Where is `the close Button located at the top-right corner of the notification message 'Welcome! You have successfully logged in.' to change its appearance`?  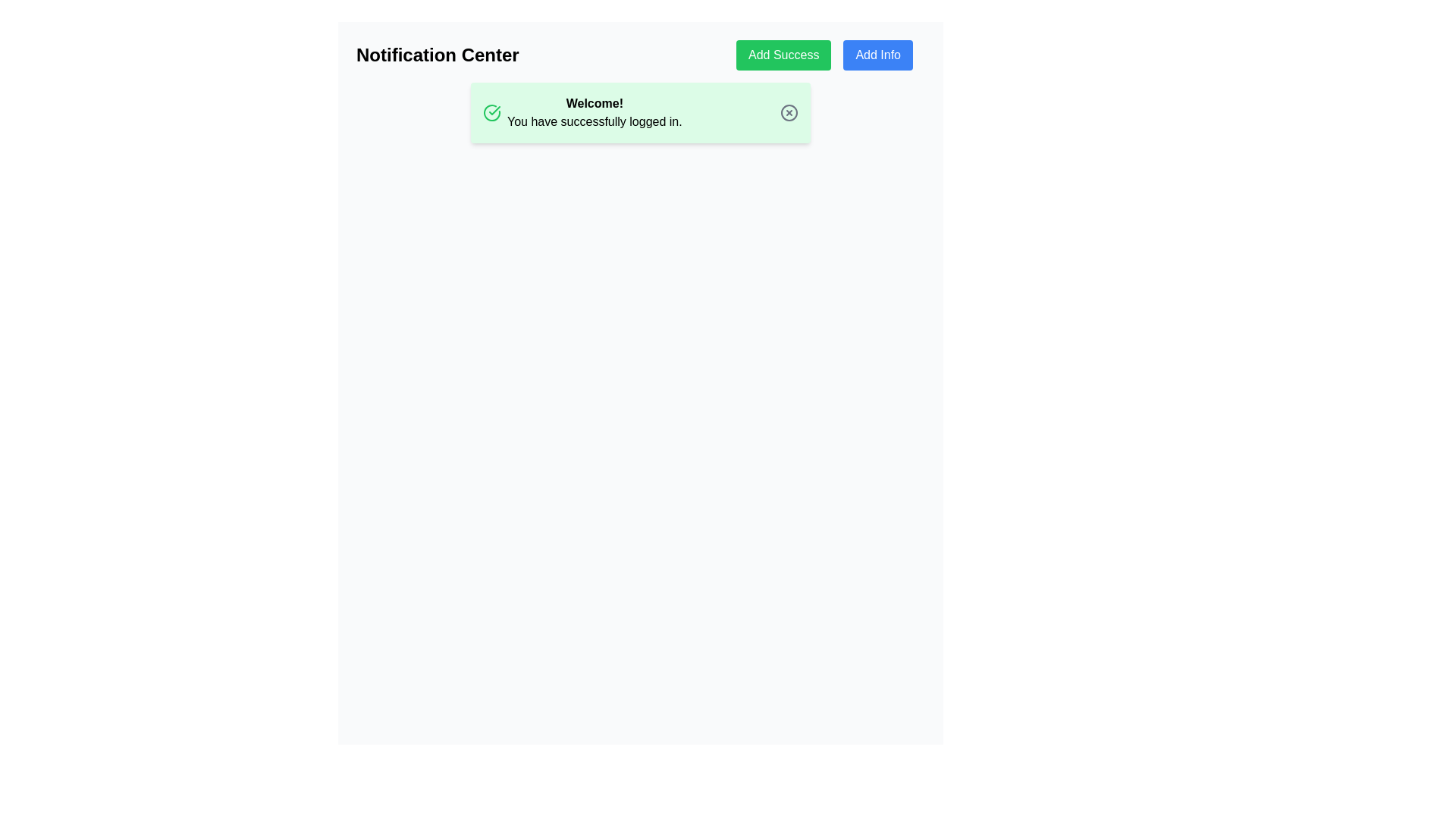 the close Button located at the top-right corner of the notification message 'Welcome! You have successfully logged in.' to change its appearance is located at coordinates (789, 112).